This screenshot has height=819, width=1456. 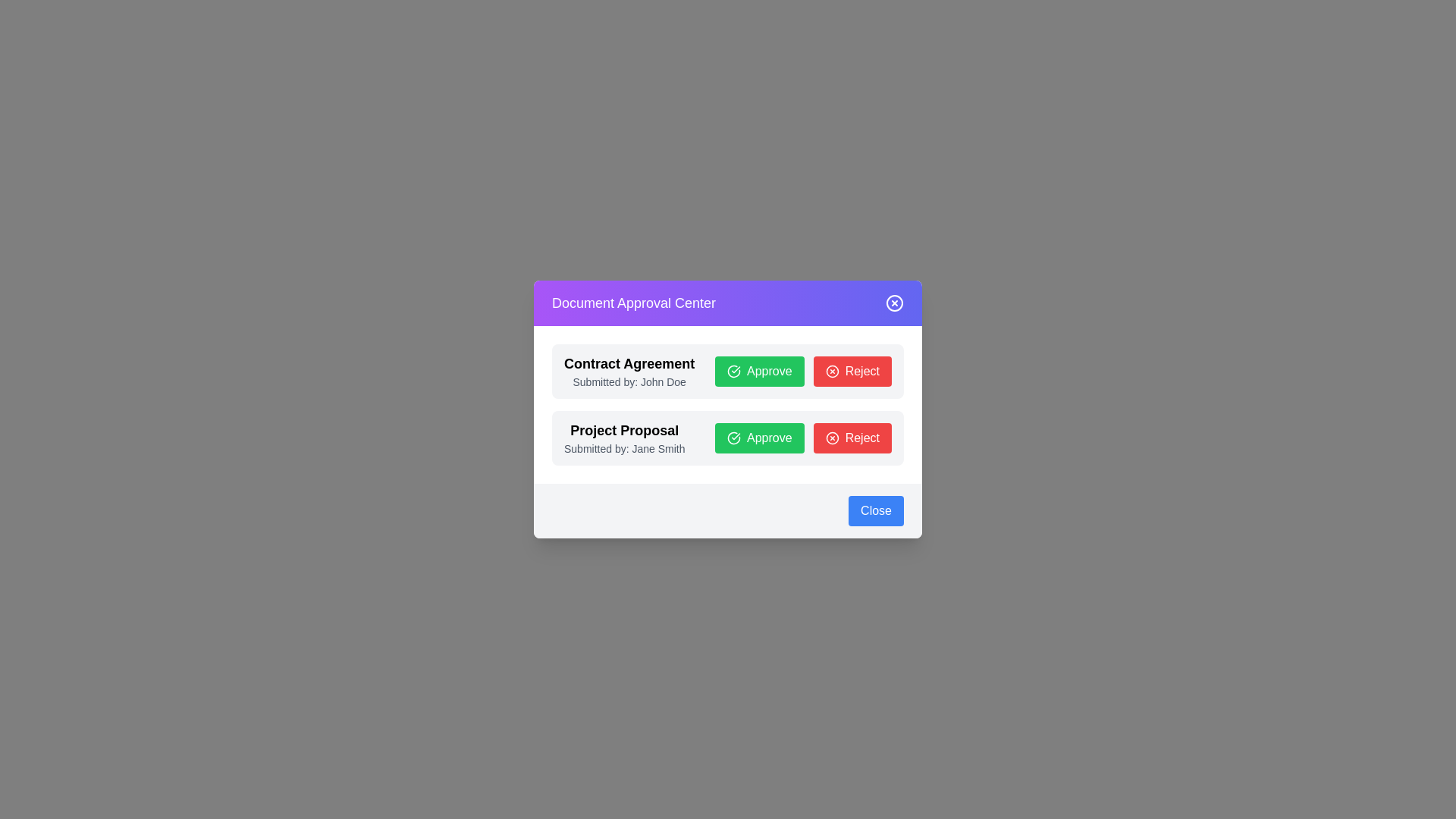 What do you see at coordinates (734, 438) in the screenshot?
I see `the green check icon located to the left of the 'Approve' button in the second row of the approval dialog for the entry 'Project Proposal submitted by Jane Smith'` at bounding box center [734, 438].